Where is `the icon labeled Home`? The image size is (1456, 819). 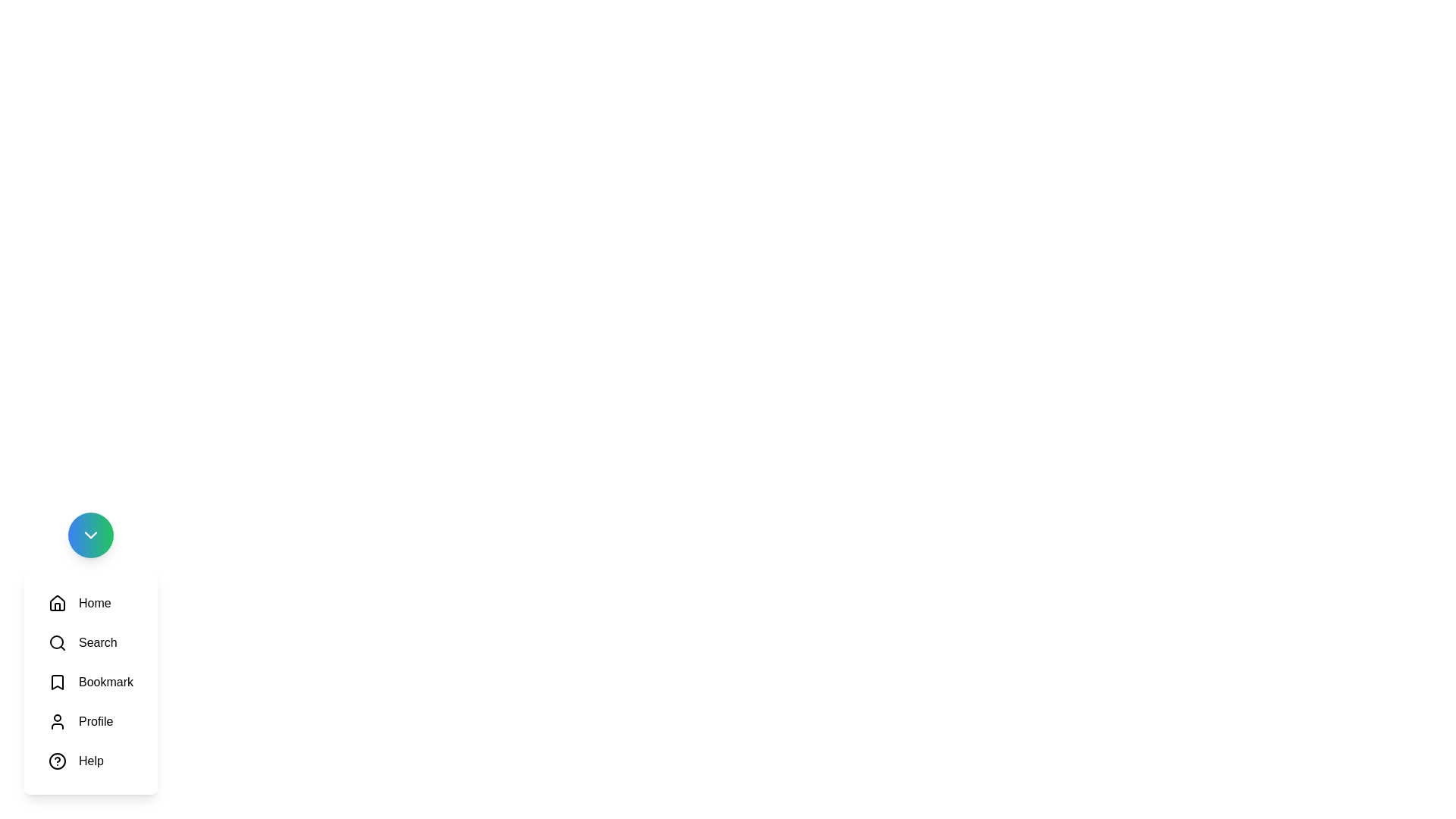
the icon labeled Home is located at coordinates (79, 602).